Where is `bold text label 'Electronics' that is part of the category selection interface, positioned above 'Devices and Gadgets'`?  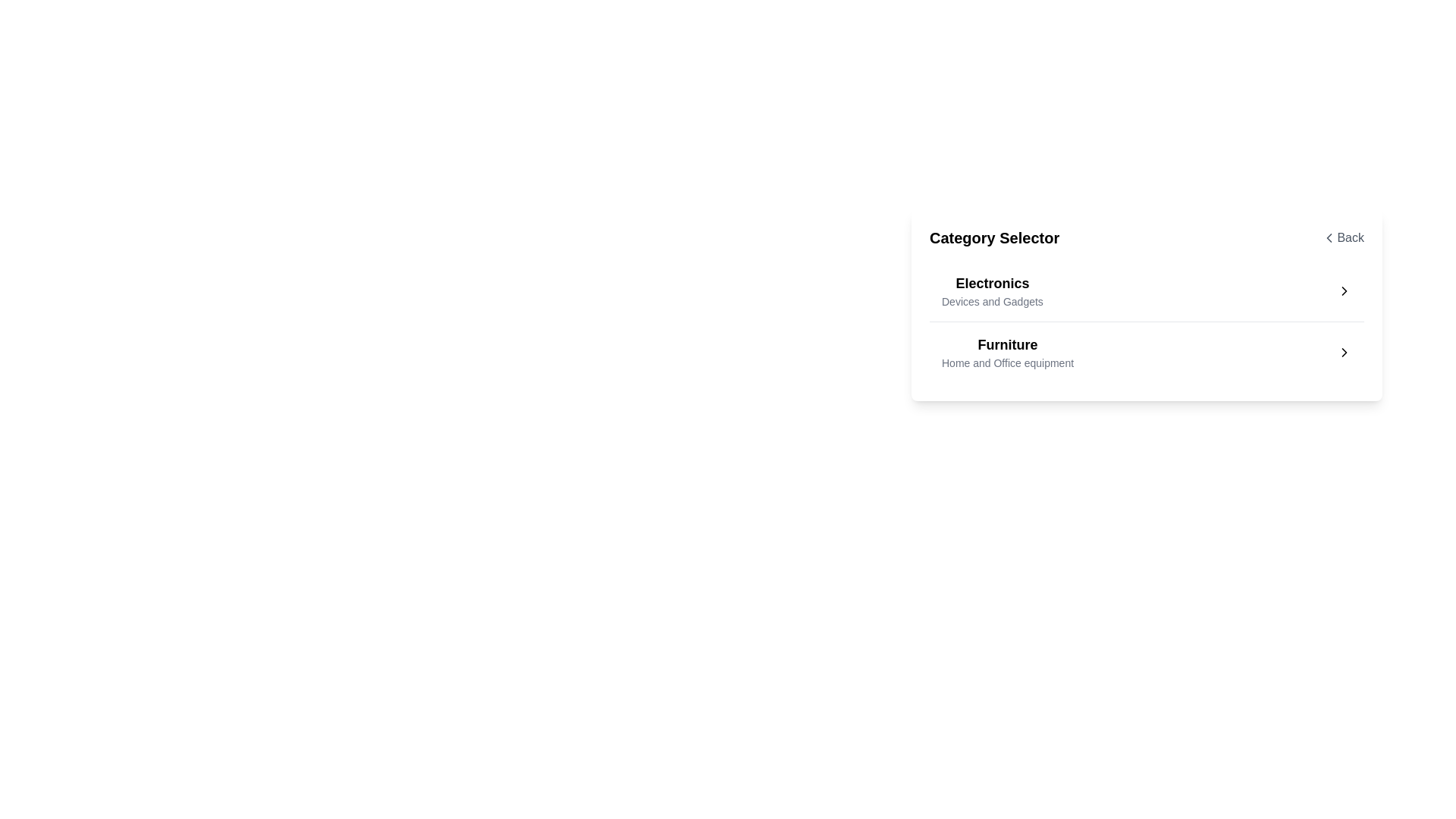 bold text label 'Electronics' that is part of the category selection interface, positioned above 'Devices and Gadgets' is located at coordinates (992, 284).